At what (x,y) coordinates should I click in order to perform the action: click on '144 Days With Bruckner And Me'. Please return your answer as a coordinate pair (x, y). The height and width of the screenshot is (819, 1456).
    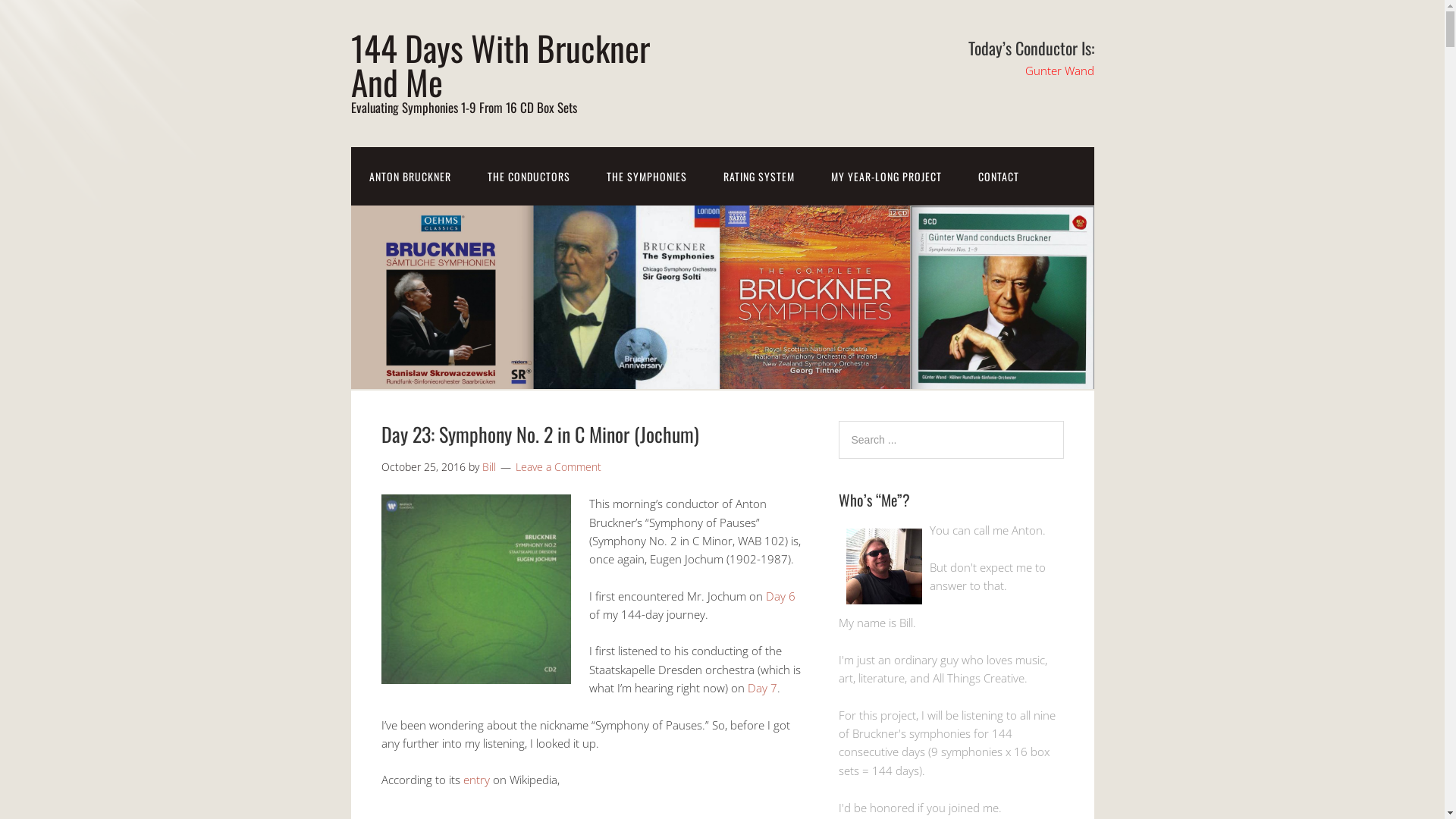
    Looking at the image, I should click on (499, 63).